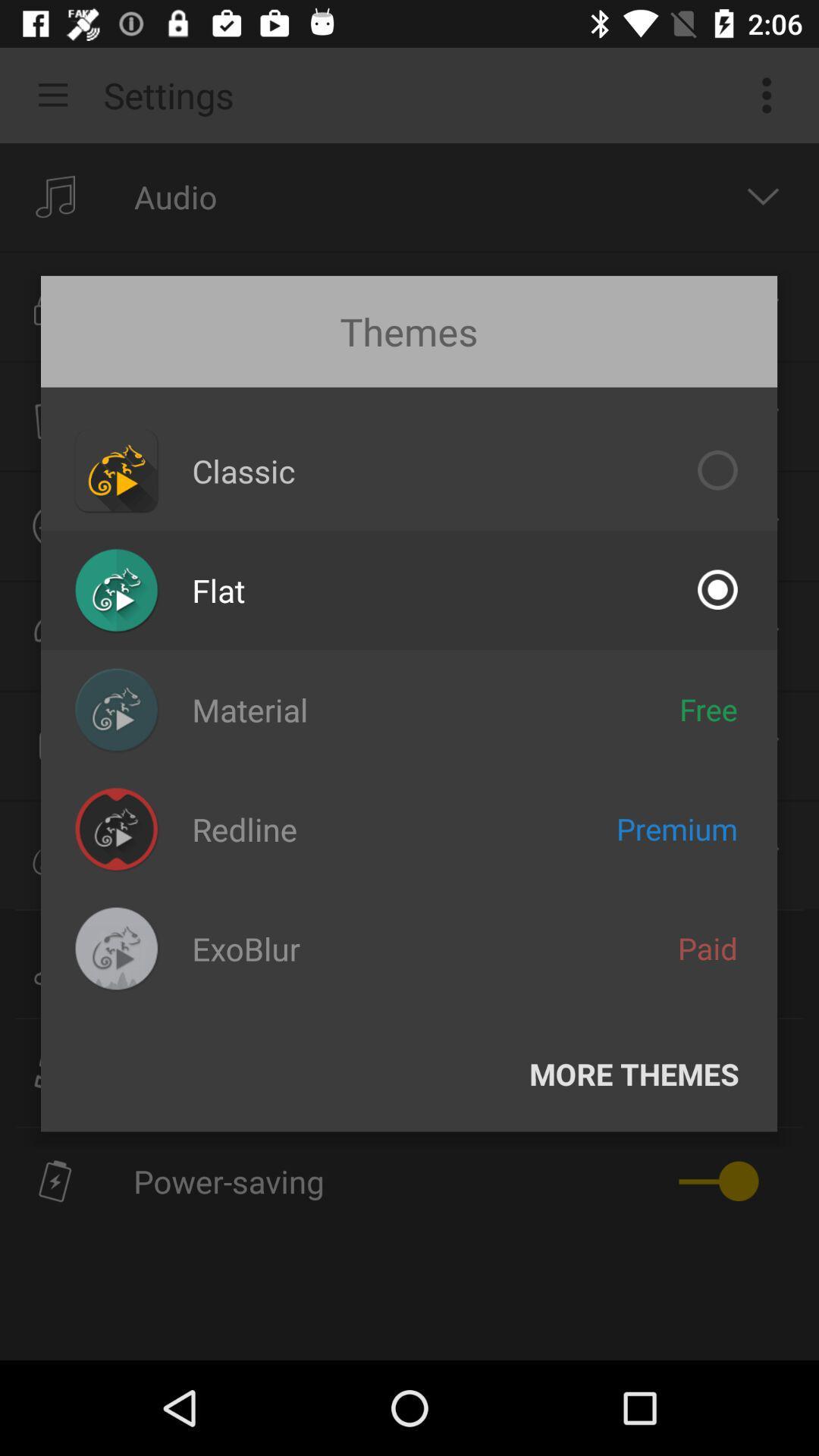  What do you see at coordinates (676, 828) in the screenshot?
I see `icon next to the redline` at bounding box center [676, 828].